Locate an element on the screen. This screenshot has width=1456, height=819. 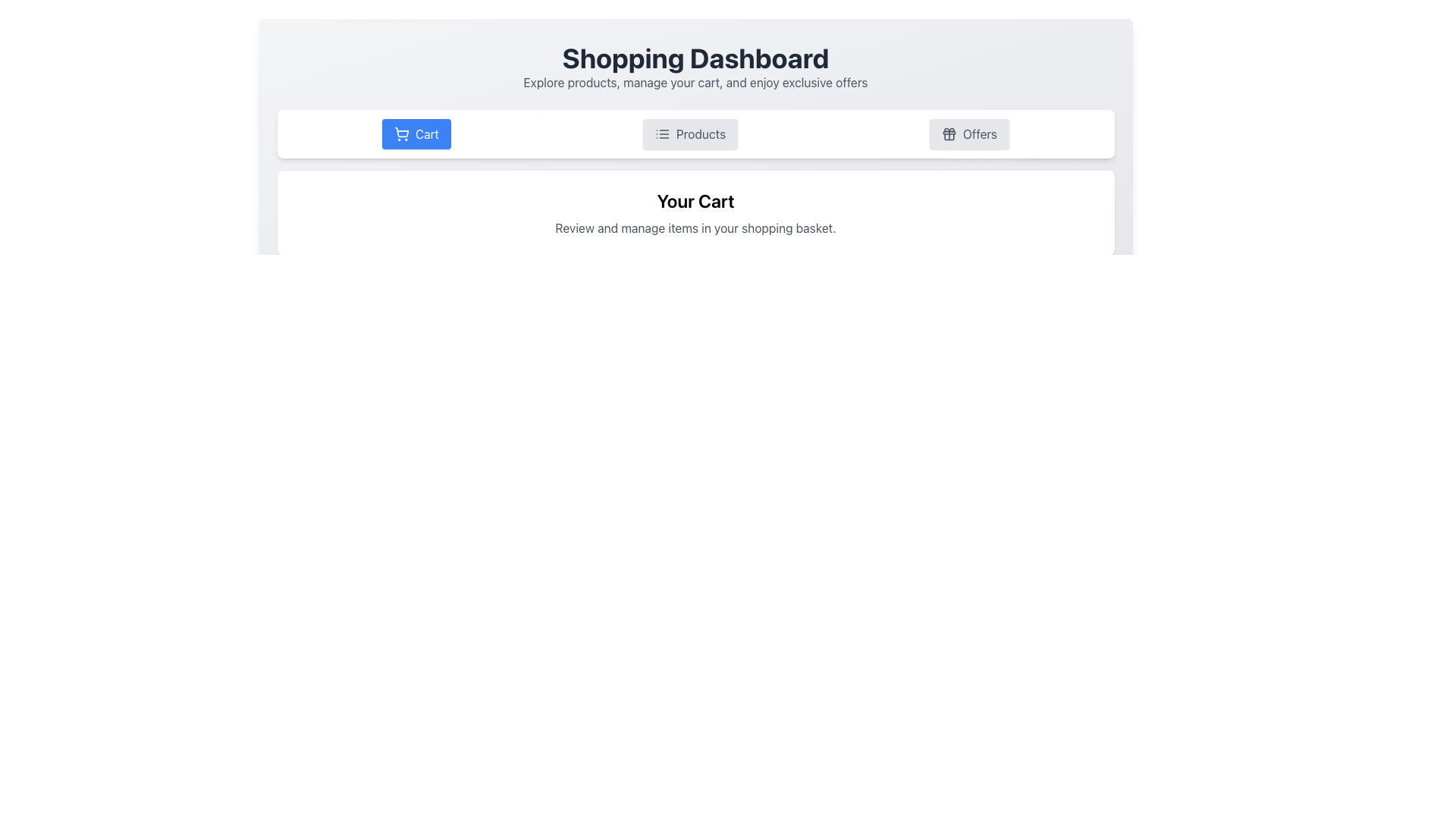
the navigation button located centrally in the top section of the dashboard is located at coordinates (695, 133).